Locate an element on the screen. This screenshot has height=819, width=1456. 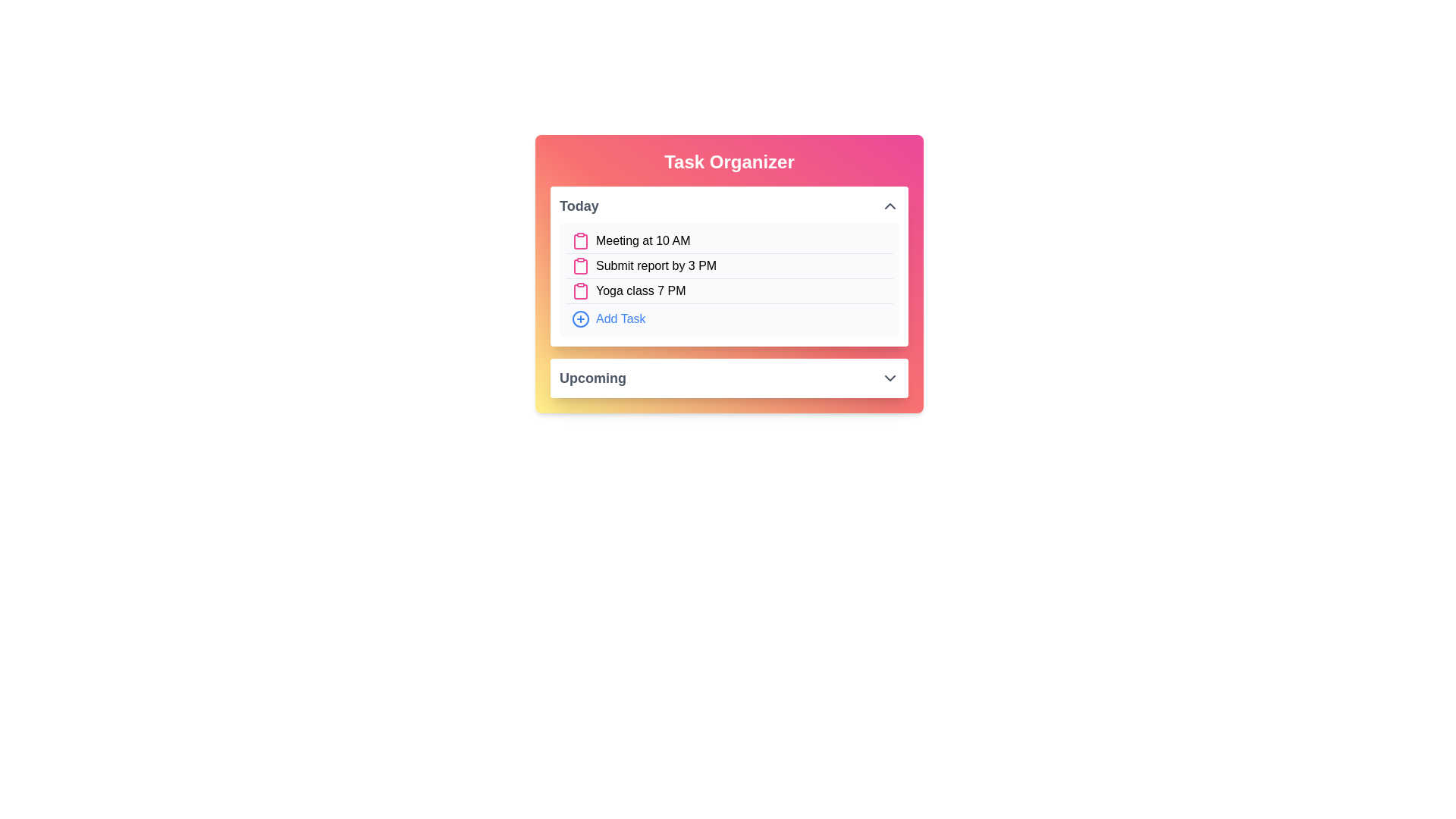
the icon for collapsing or interacting with the 'Today' section of the task organizer, which is positioned in the upper right corner adjacent to the text 'Today' is located at coordinates (890, 206).